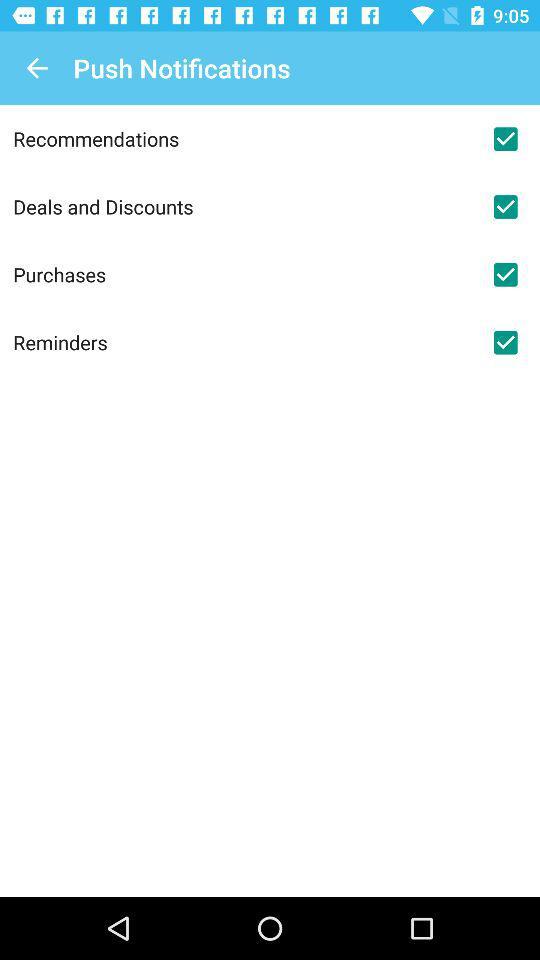 The height and width of the screenshot is (960, 540). I want to click on reminders, so click(504, 342).